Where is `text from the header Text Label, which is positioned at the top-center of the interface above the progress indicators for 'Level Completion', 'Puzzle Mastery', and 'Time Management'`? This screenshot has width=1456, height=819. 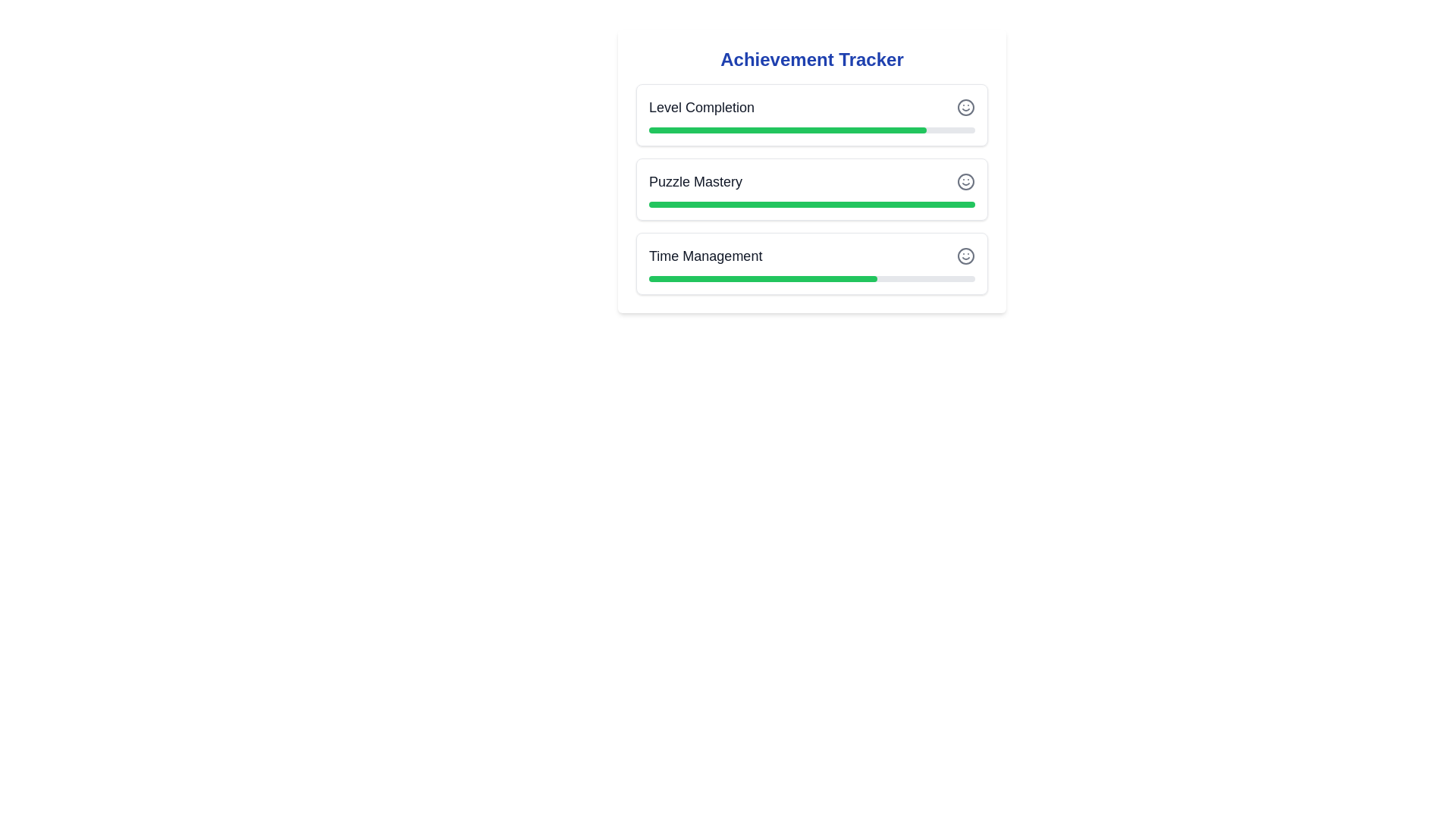 text from the header Text Label, which is positioned at the top-center of the interface above the progress indicators for 'Level Completion', 'Puzzle Mastery', and 'Time Management' is located at coordinates (811, 58).